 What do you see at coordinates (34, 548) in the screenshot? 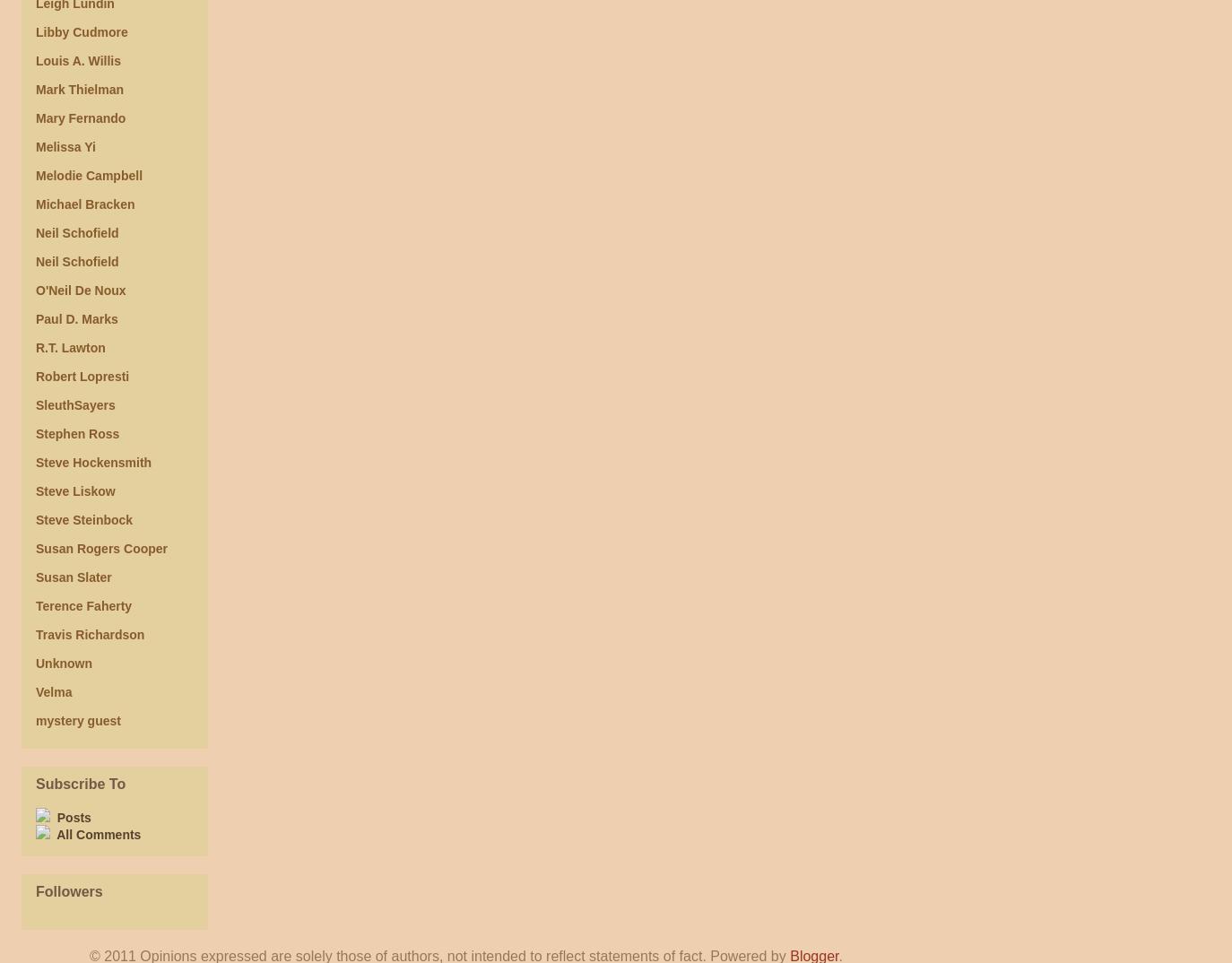
I see `'Susan Rogers Cooper'` at bounding box center [34, 548].